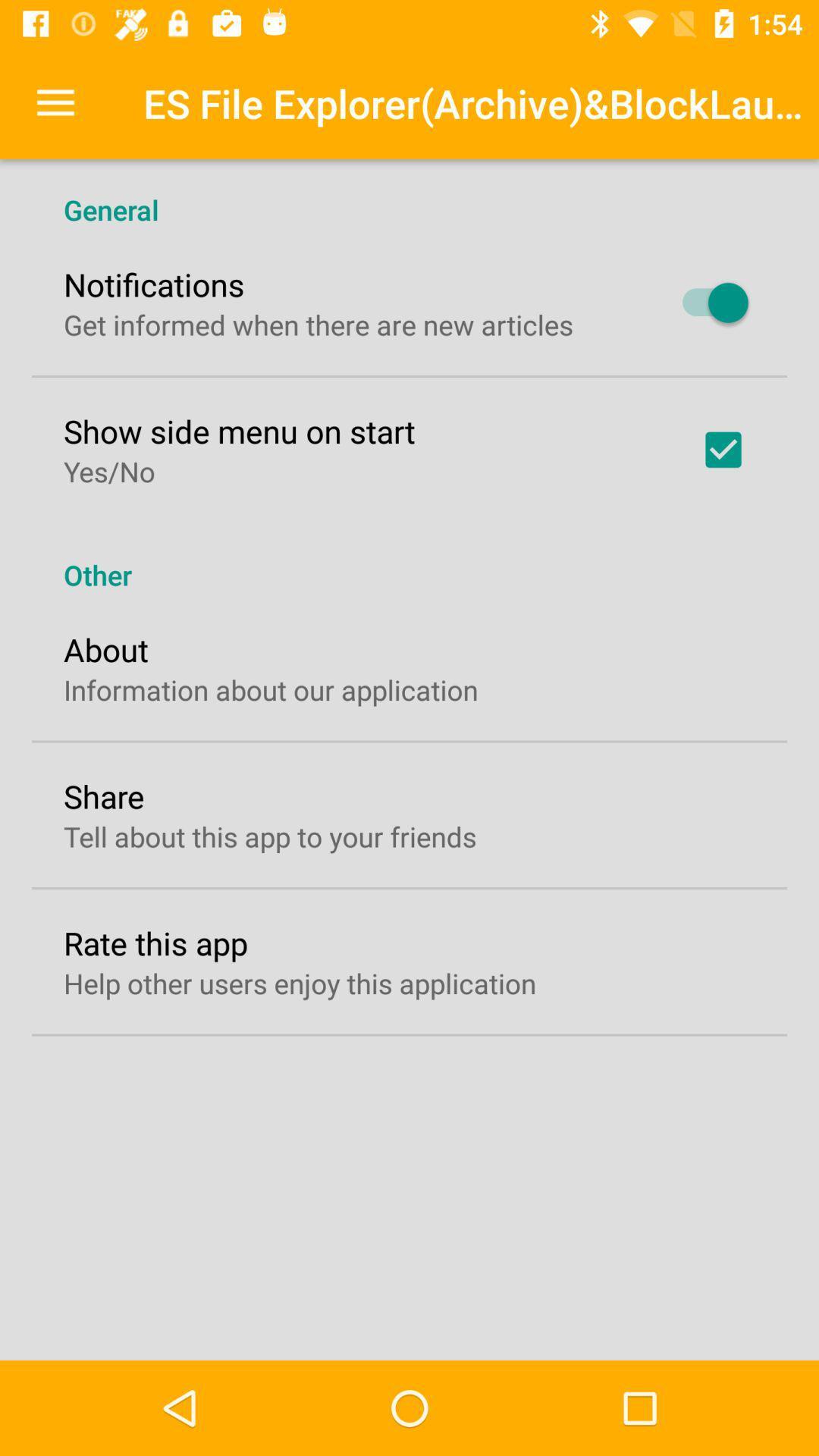  What do you see at coordinates (239, 430) in the screenshot?
I see `show side menu icon` at bounding box center [239, 430].